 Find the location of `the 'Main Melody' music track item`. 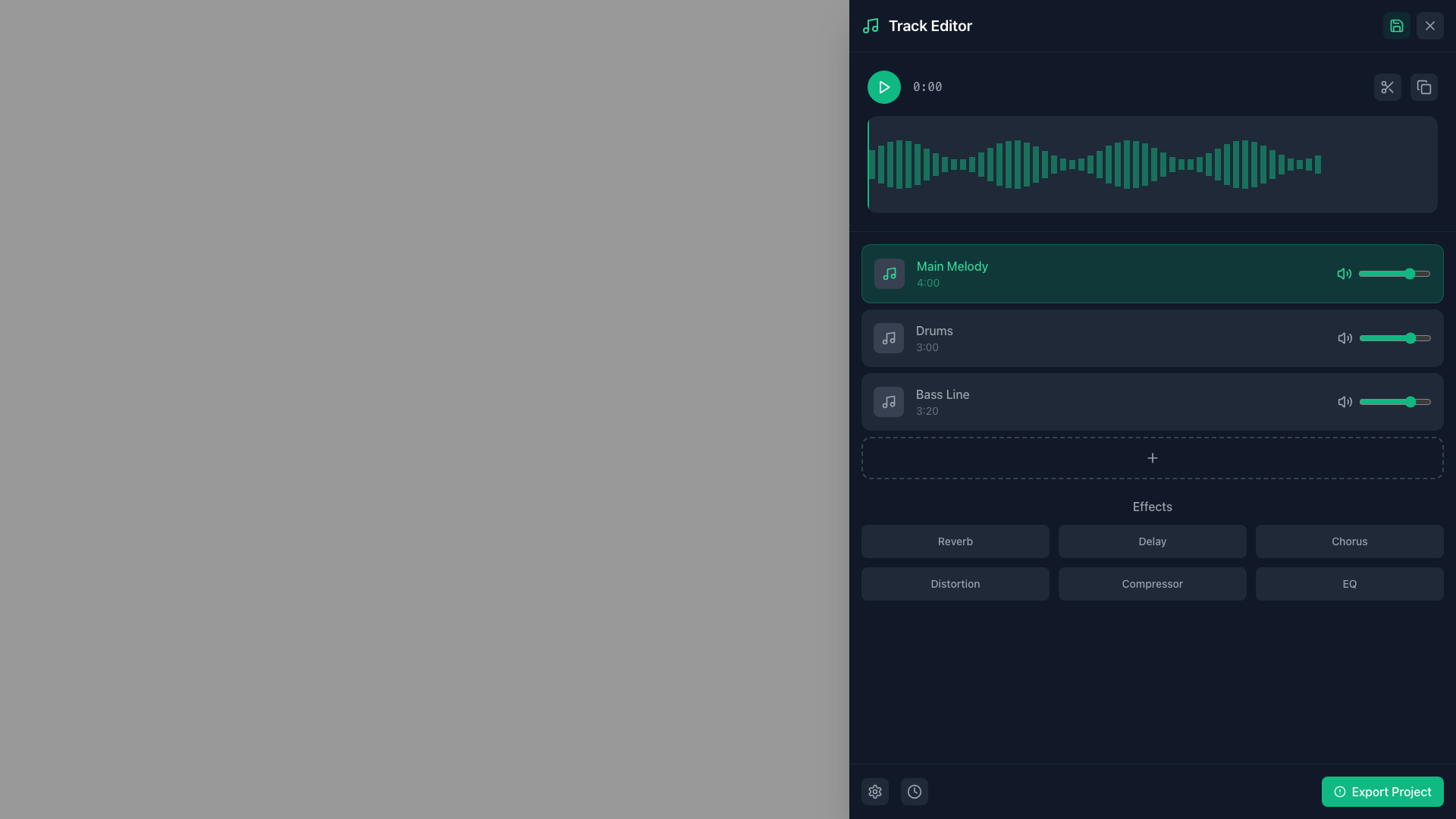

the 'Main Melody' music track item is located at coordinates (1153, 274).